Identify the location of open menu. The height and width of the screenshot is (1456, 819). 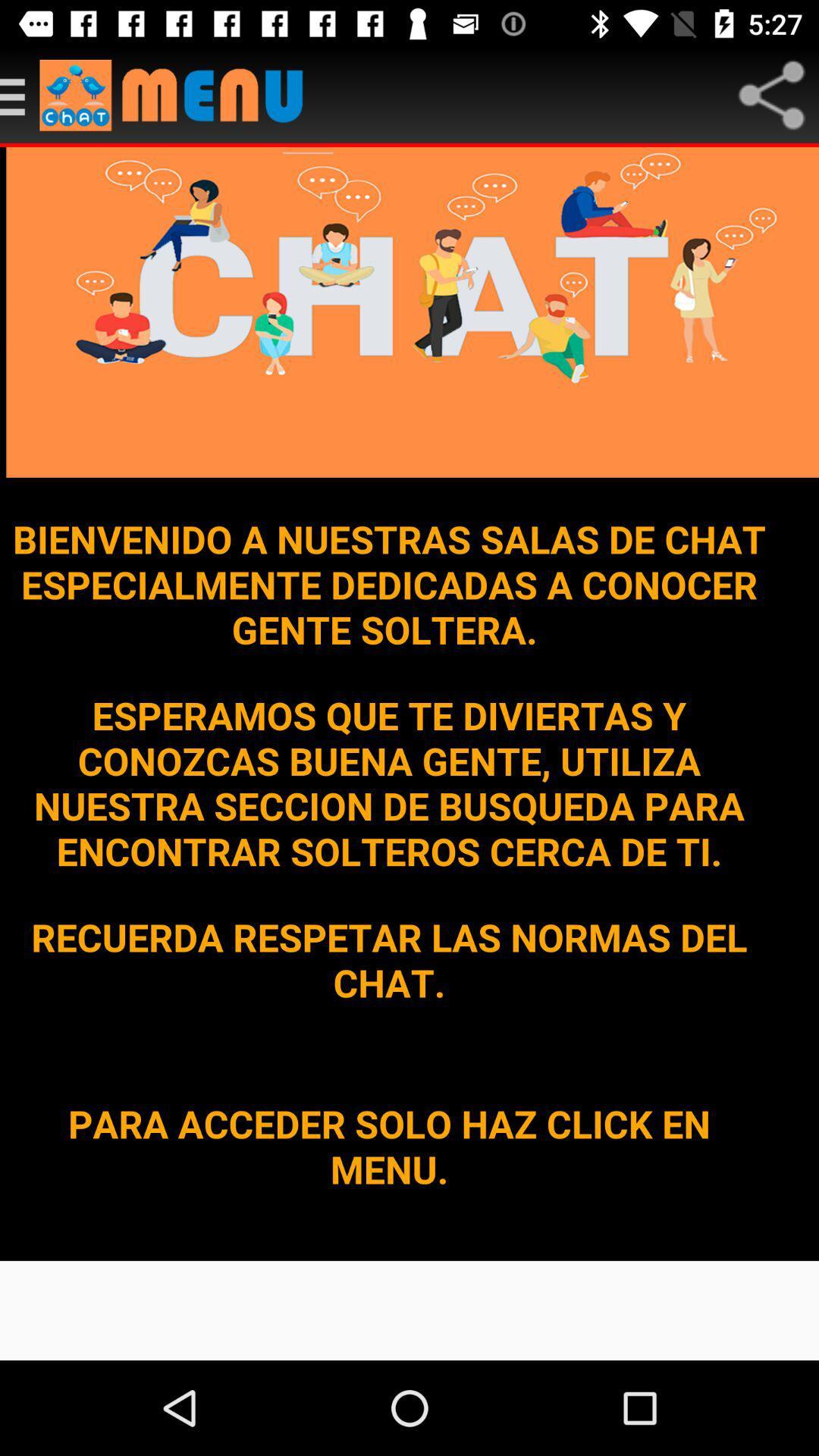
(178, 94).